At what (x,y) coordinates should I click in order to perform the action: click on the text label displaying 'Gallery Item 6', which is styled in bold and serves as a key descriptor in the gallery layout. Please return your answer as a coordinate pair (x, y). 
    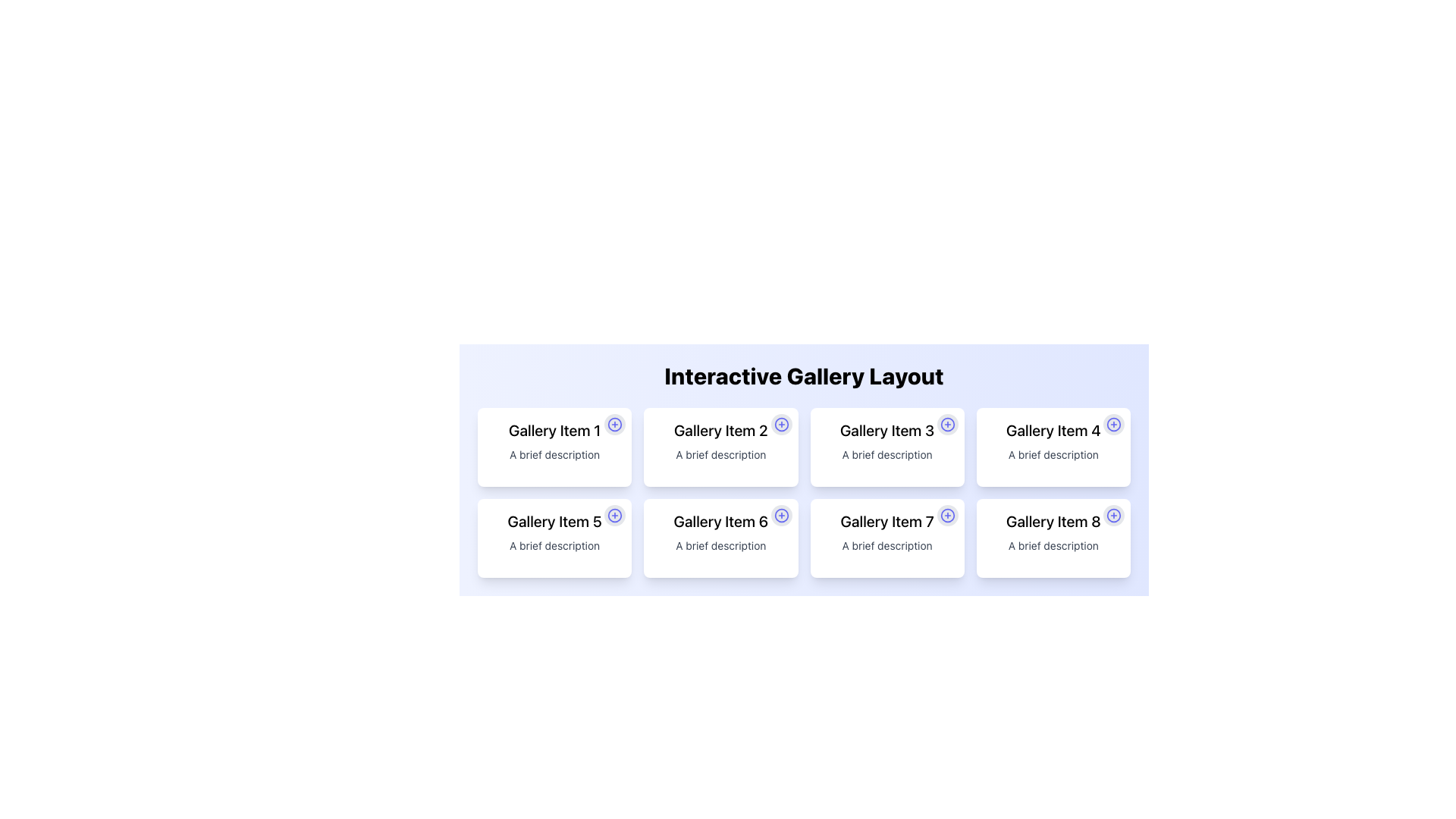
    Looking at the image, I should click on (720, 520).